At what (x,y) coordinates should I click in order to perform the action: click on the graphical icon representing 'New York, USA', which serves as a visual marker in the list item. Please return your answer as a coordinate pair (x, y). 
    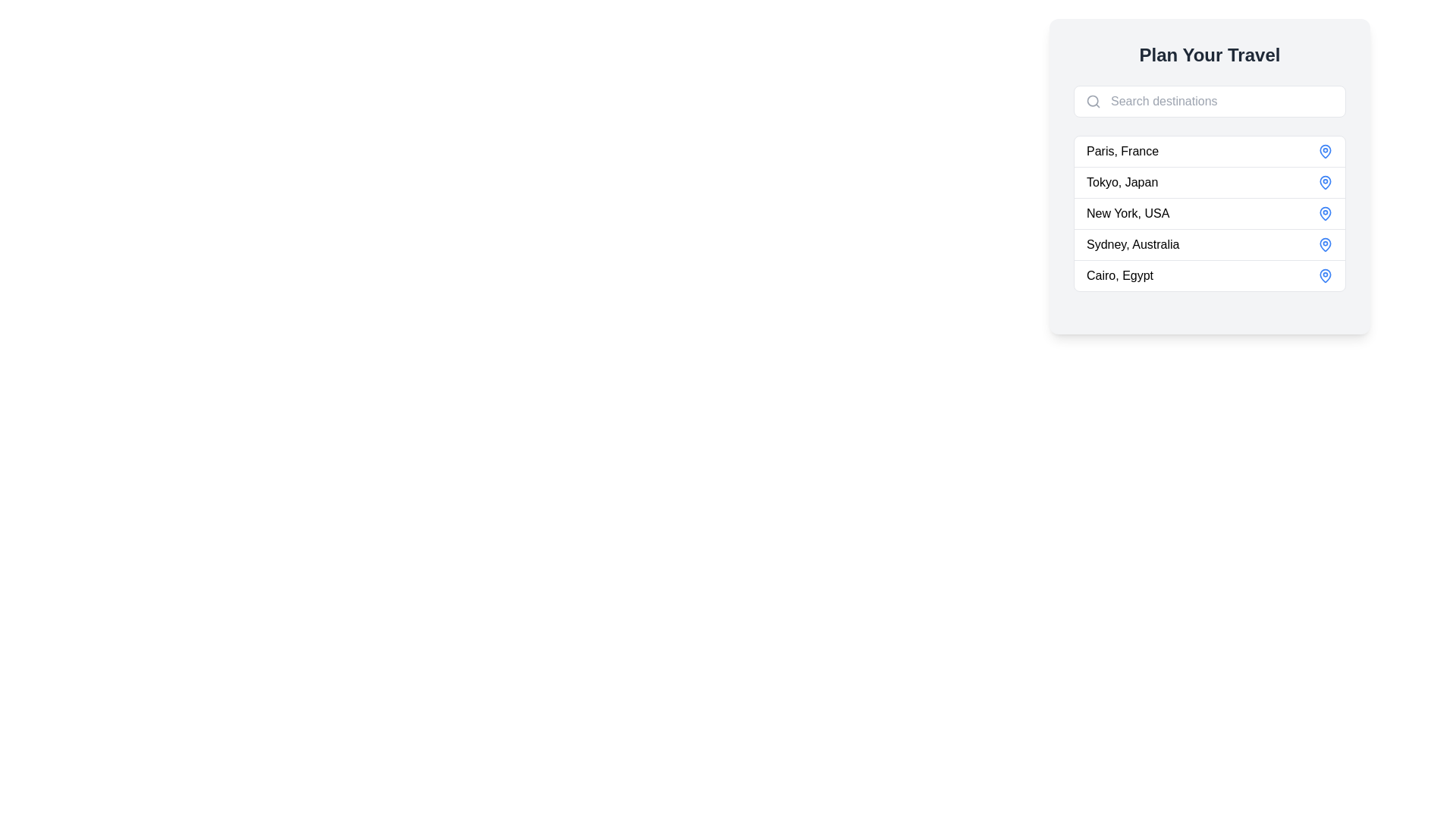
    Looking at the image, I should click on (1324, 213).